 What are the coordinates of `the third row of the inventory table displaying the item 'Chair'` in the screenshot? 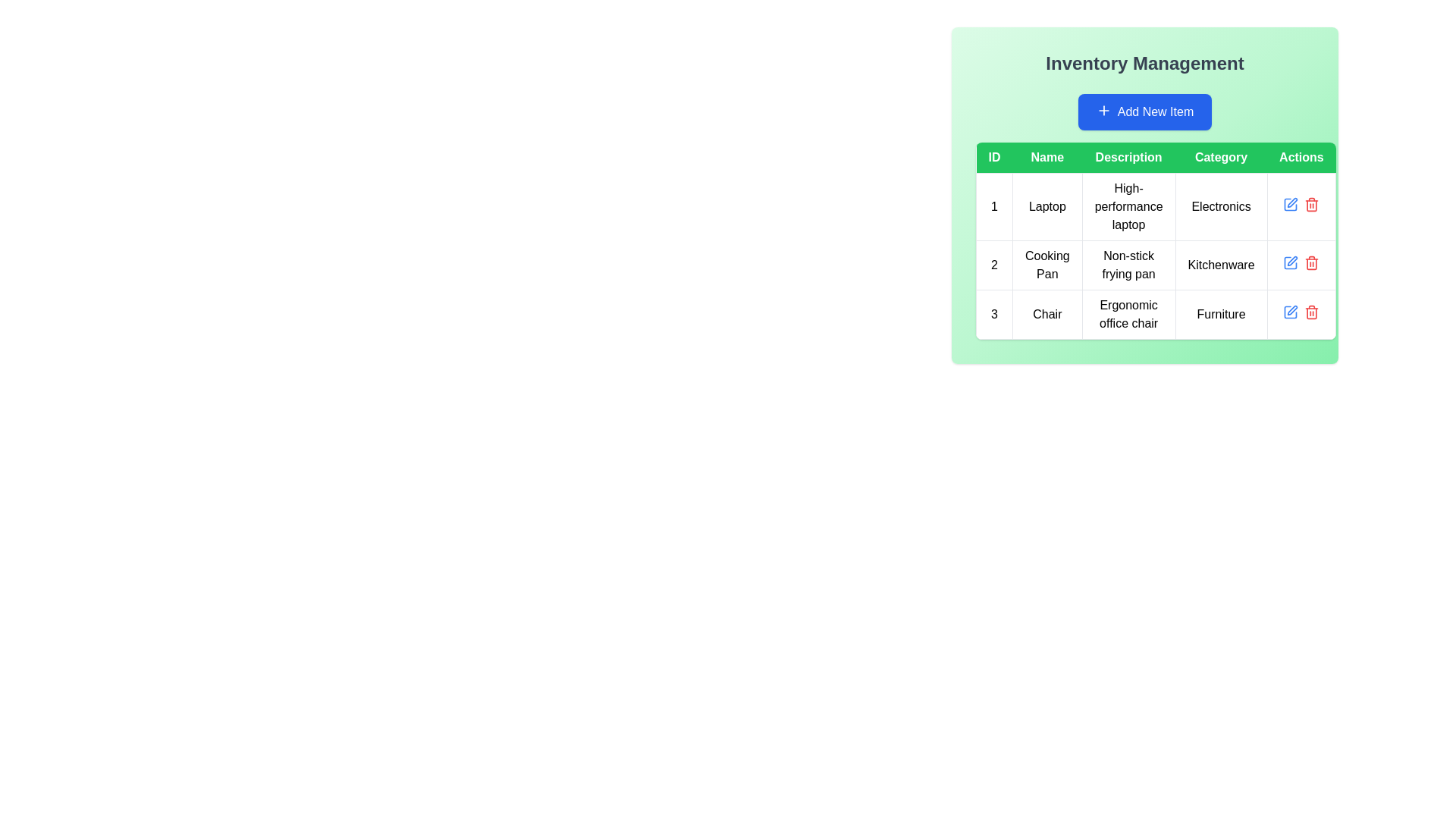 It's located at (1155, 314).